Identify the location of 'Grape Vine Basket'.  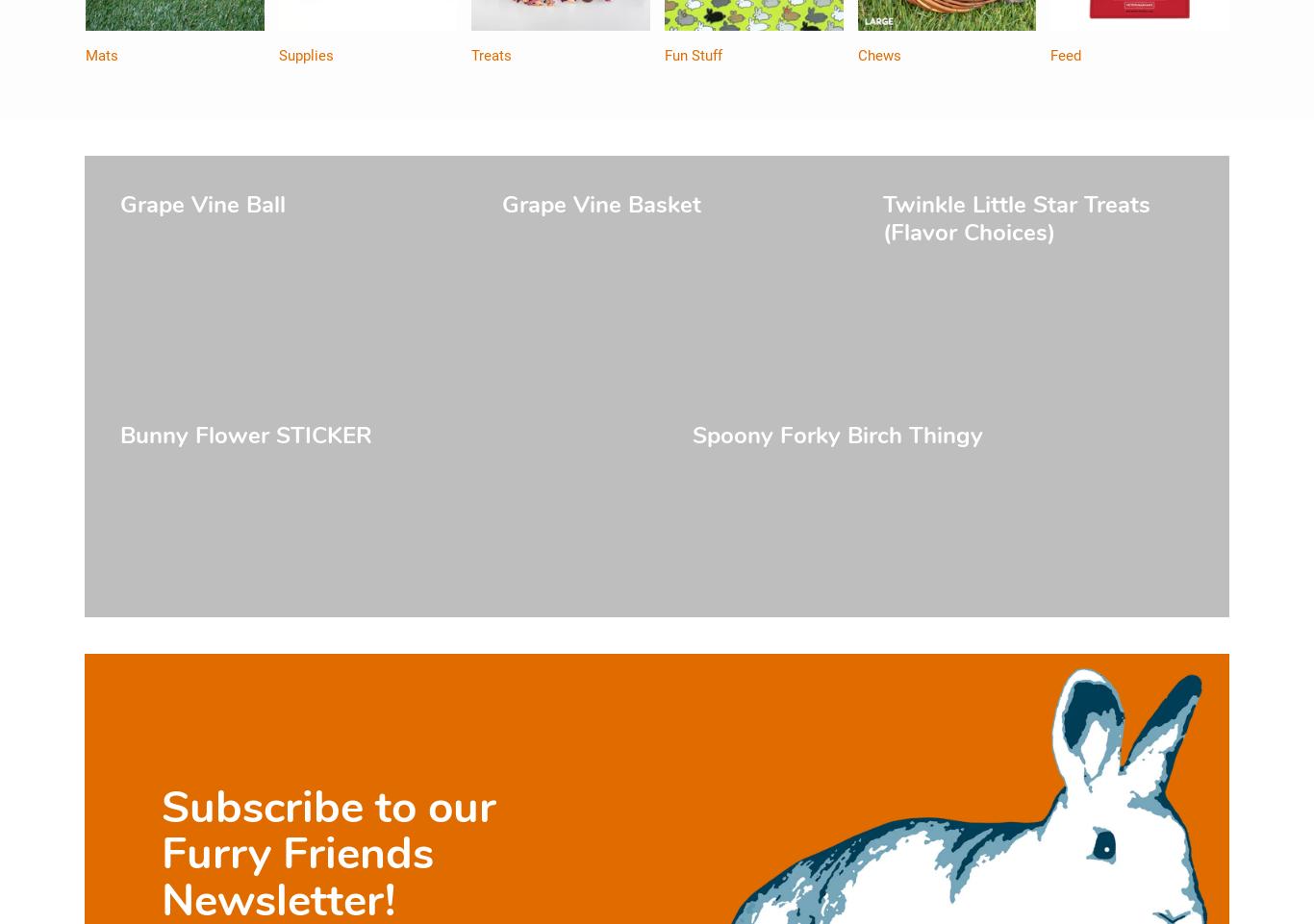
(599, 204).